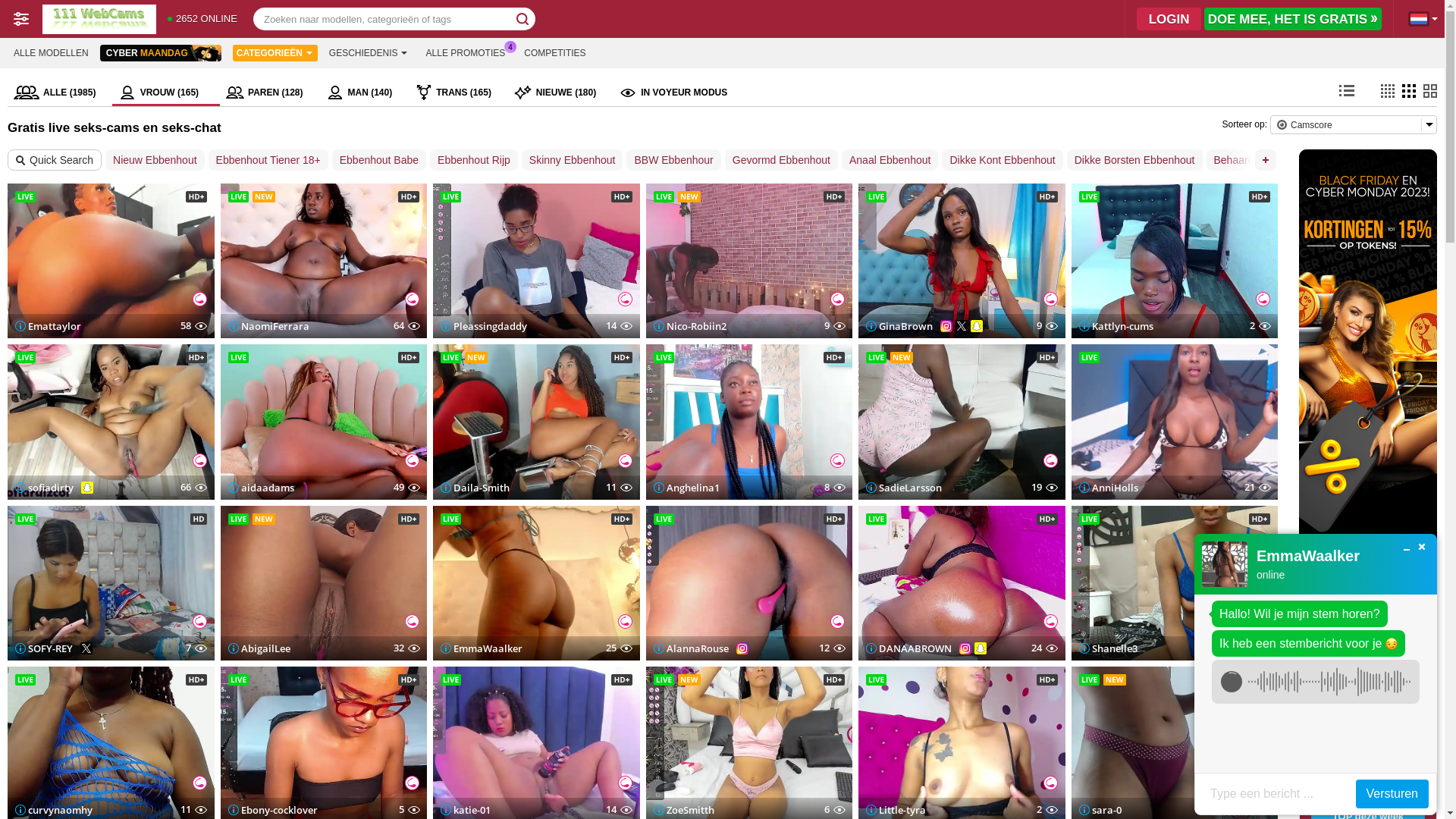 This screenshot has width=1456, height=819. Describe the element at coordinates (160, 52) in the screenshot. I see `'CYBER MAANDAG'` at that location.